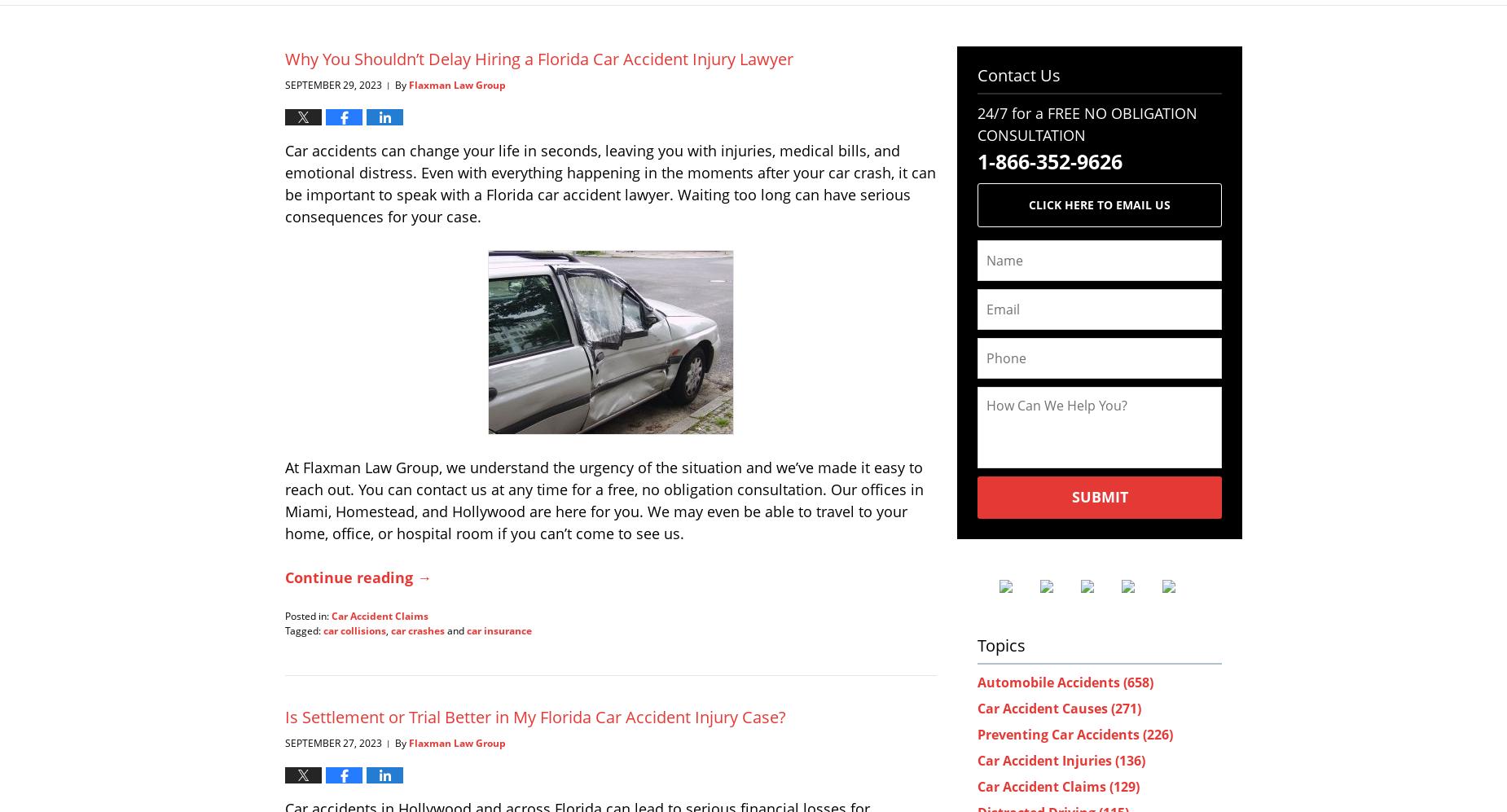 This screenshot has width=1507, height=812. What do you see at coordinates (1125, 706) in the screenshot?
I see `'(271)'` at bounding box center [1125, 706].